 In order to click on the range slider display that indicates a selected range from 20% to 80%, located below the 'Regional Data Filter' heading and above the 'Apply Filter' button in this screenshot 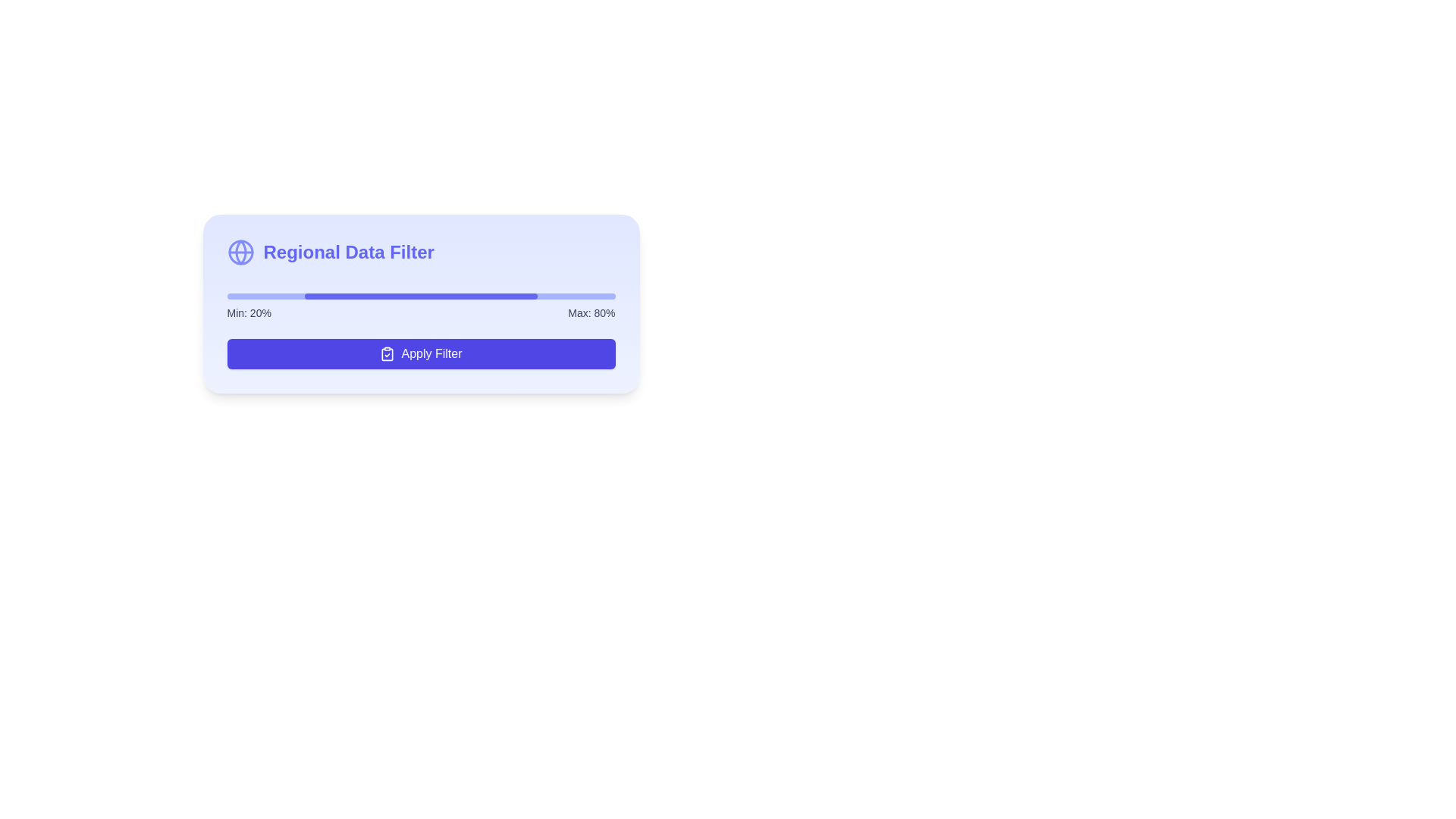, I will do `click(421, 302)`.